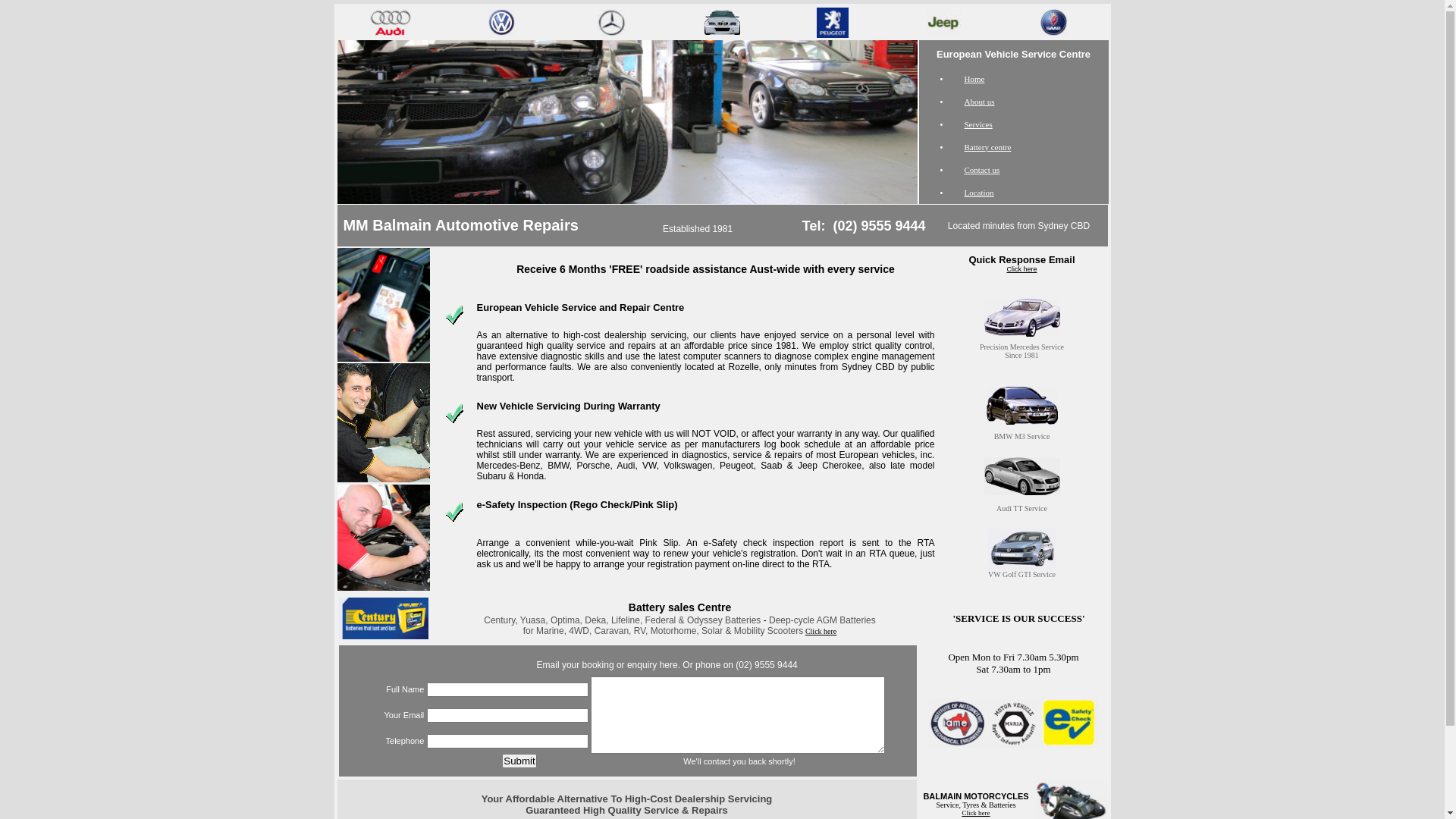 The height and width of the screenshot is (819, 1456). What do you see at coordinates (820, 630) in the screenshot?
I see `'Click here'` at bounding box center [820, 630].